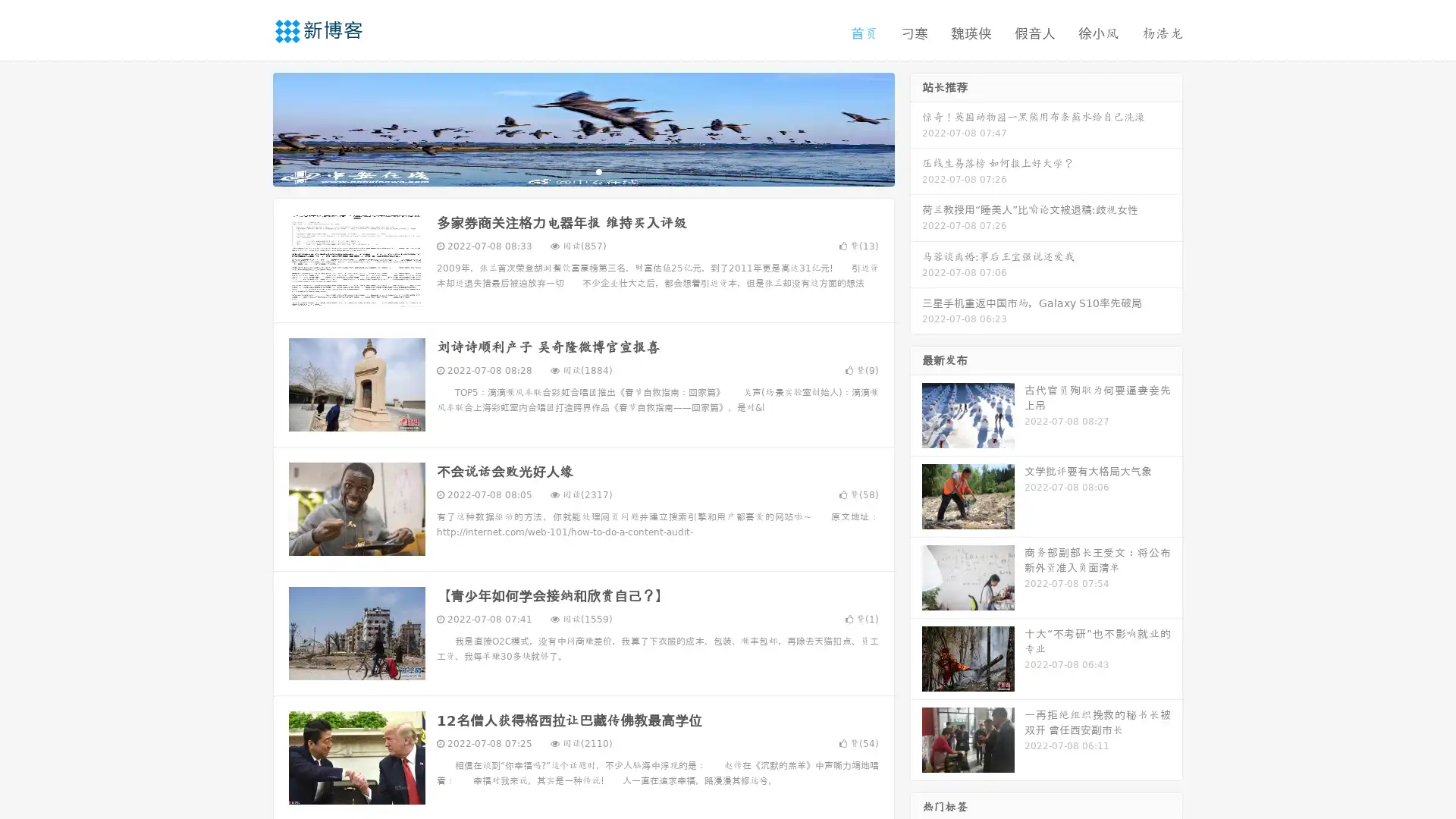 This screenshot has width=1456, height=819. What do you see at coordinates (567, 171) in the screenshot?
I see `Go to slide 1` at bounding box center [567, 171].